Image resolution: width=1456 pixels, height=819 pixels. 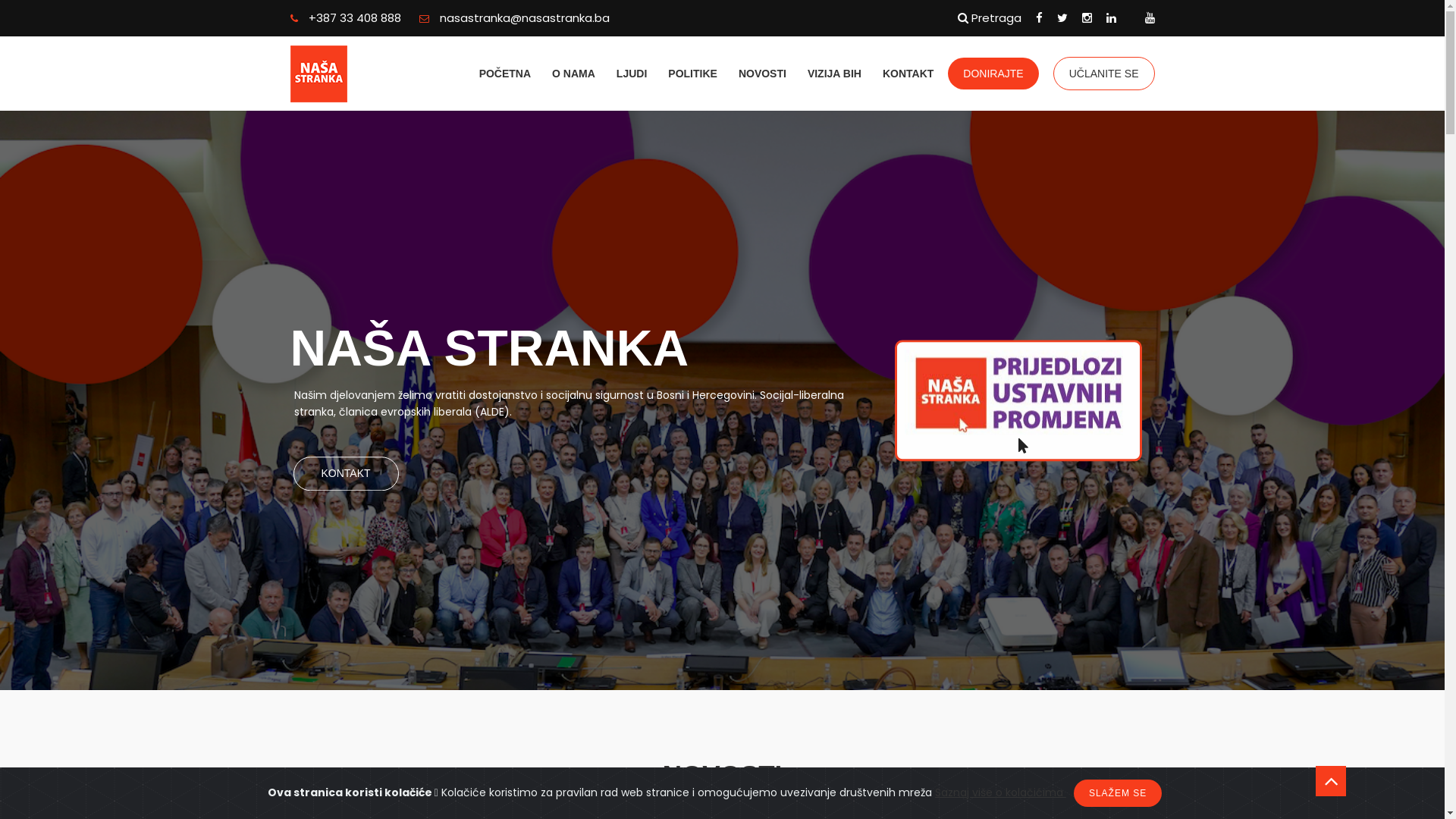 I want to click on 'LJUDI', so click(x=632, y=73).